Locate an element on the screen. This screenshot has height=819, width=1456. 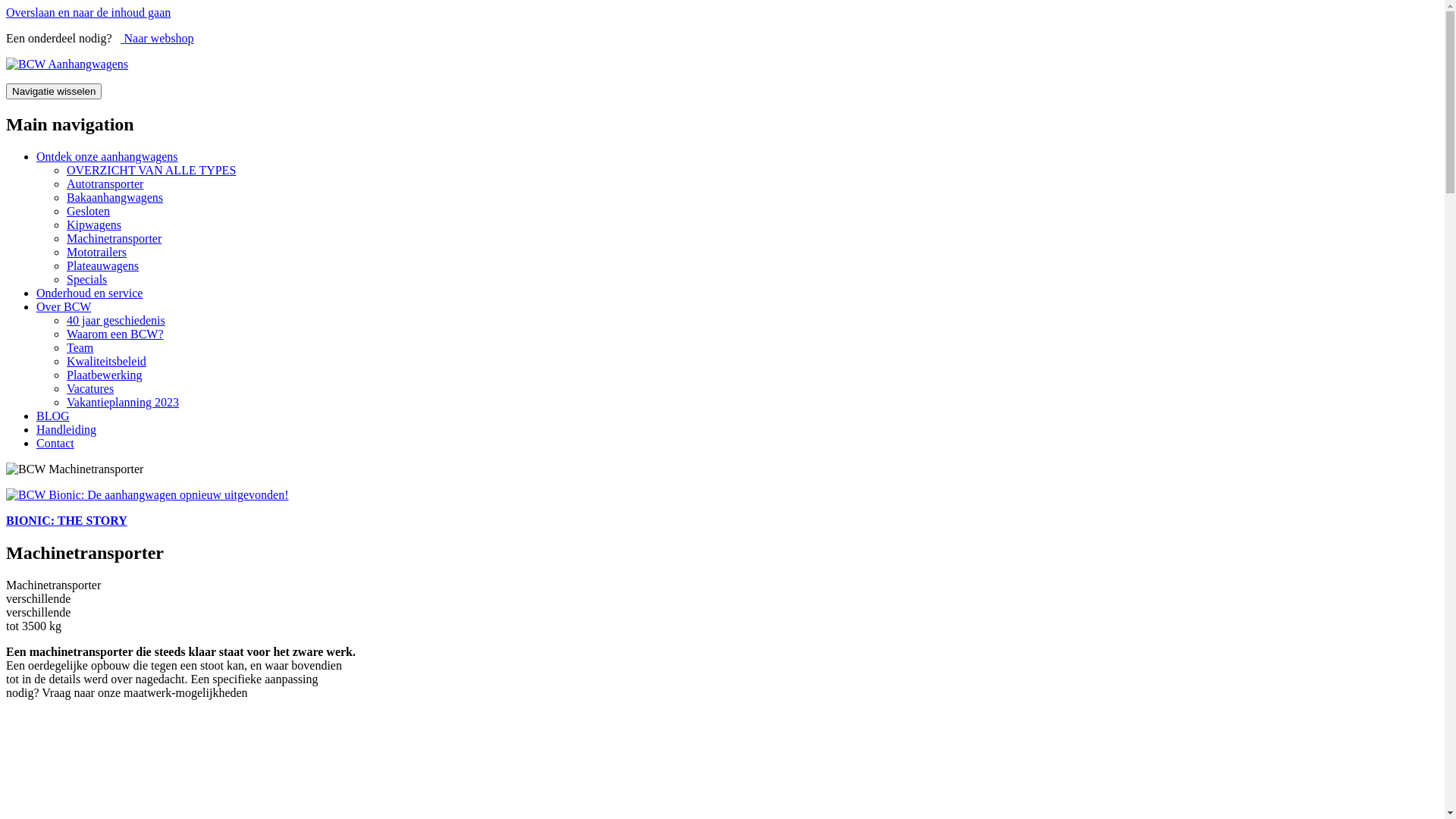
'Kwaliteitsbeleid' is located at coordinates (65, 361).